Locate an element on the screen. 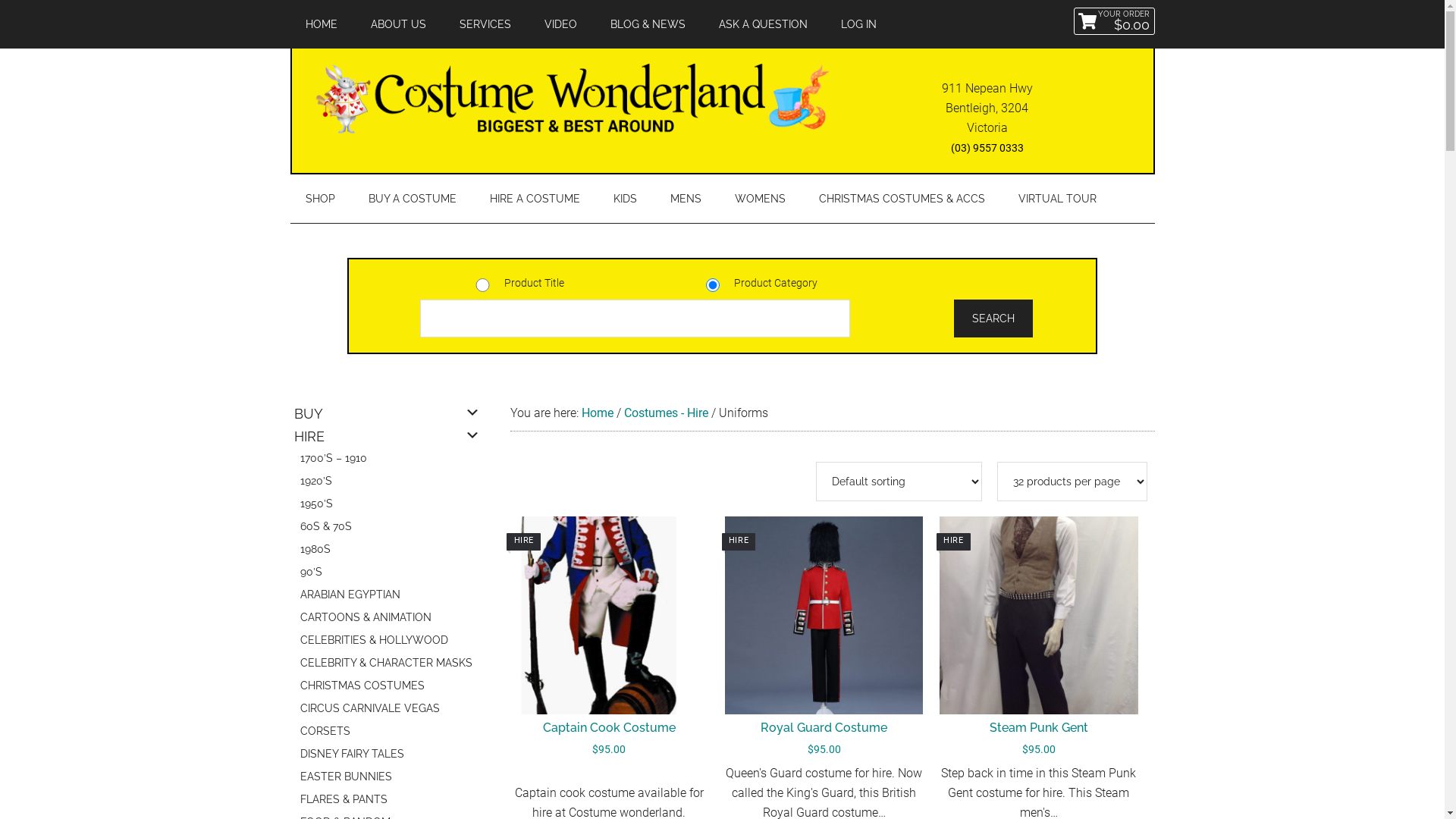  'SERVICES' is located at coordinates (484, 24).